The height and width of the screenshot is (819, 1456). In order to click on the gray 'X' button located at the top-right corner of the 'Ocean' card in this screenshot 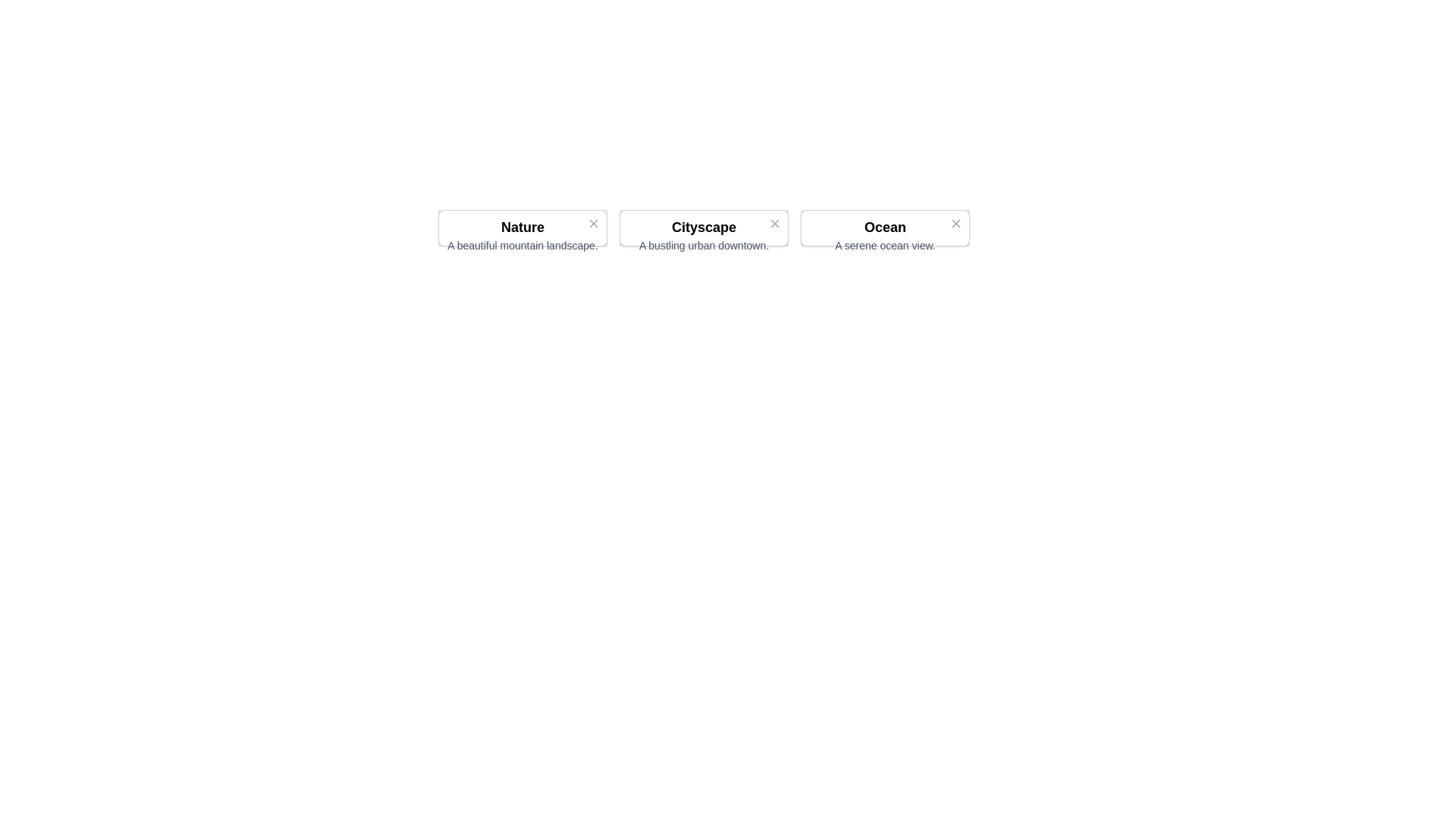, I will do `click(955, 225)`.